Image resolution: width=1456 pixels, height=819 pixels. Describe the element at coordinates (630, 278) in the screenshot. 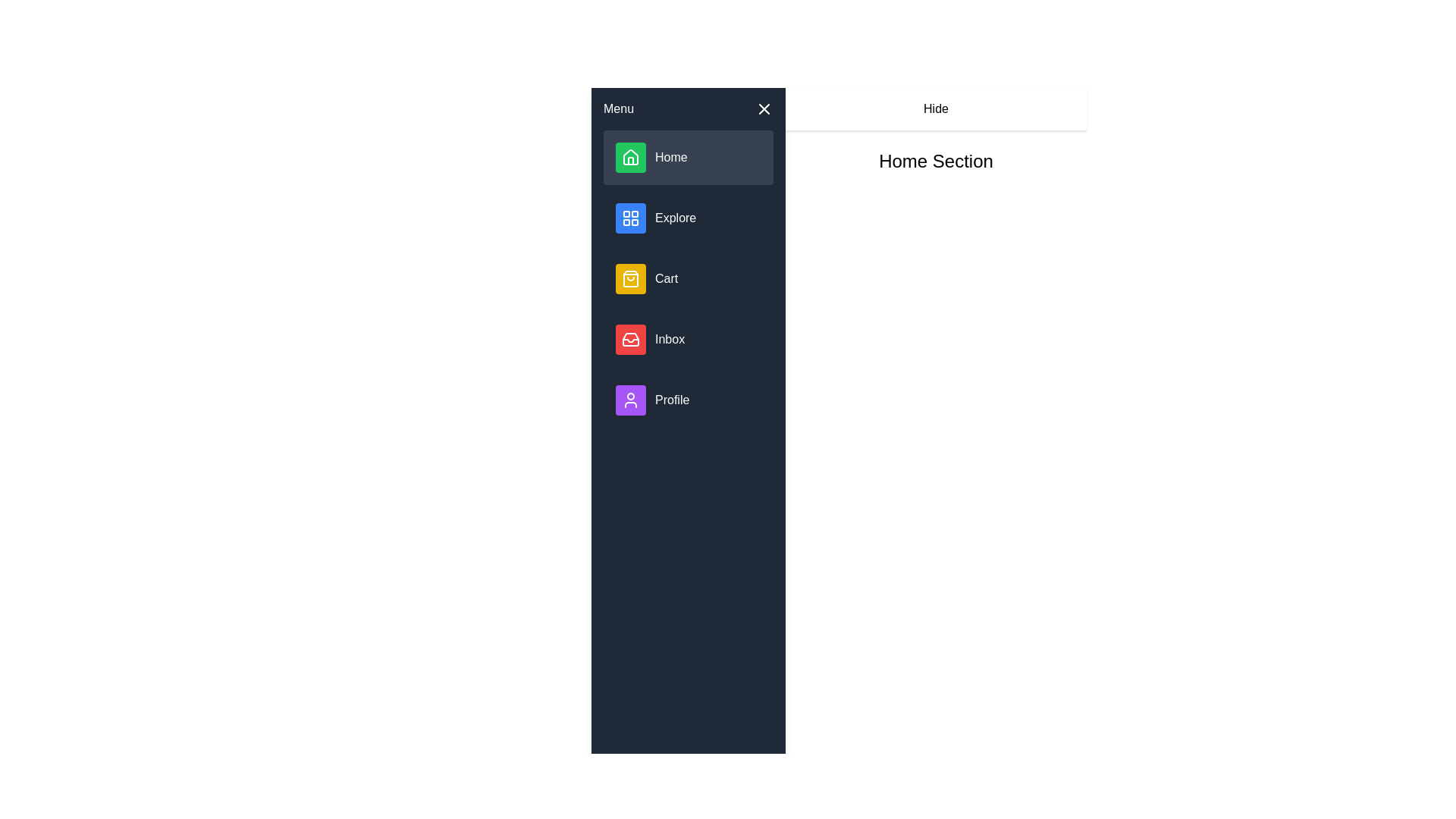

I see `SVG properties of the 'Cart' option in the vertical menu list, which is the third item from the top` at that location.